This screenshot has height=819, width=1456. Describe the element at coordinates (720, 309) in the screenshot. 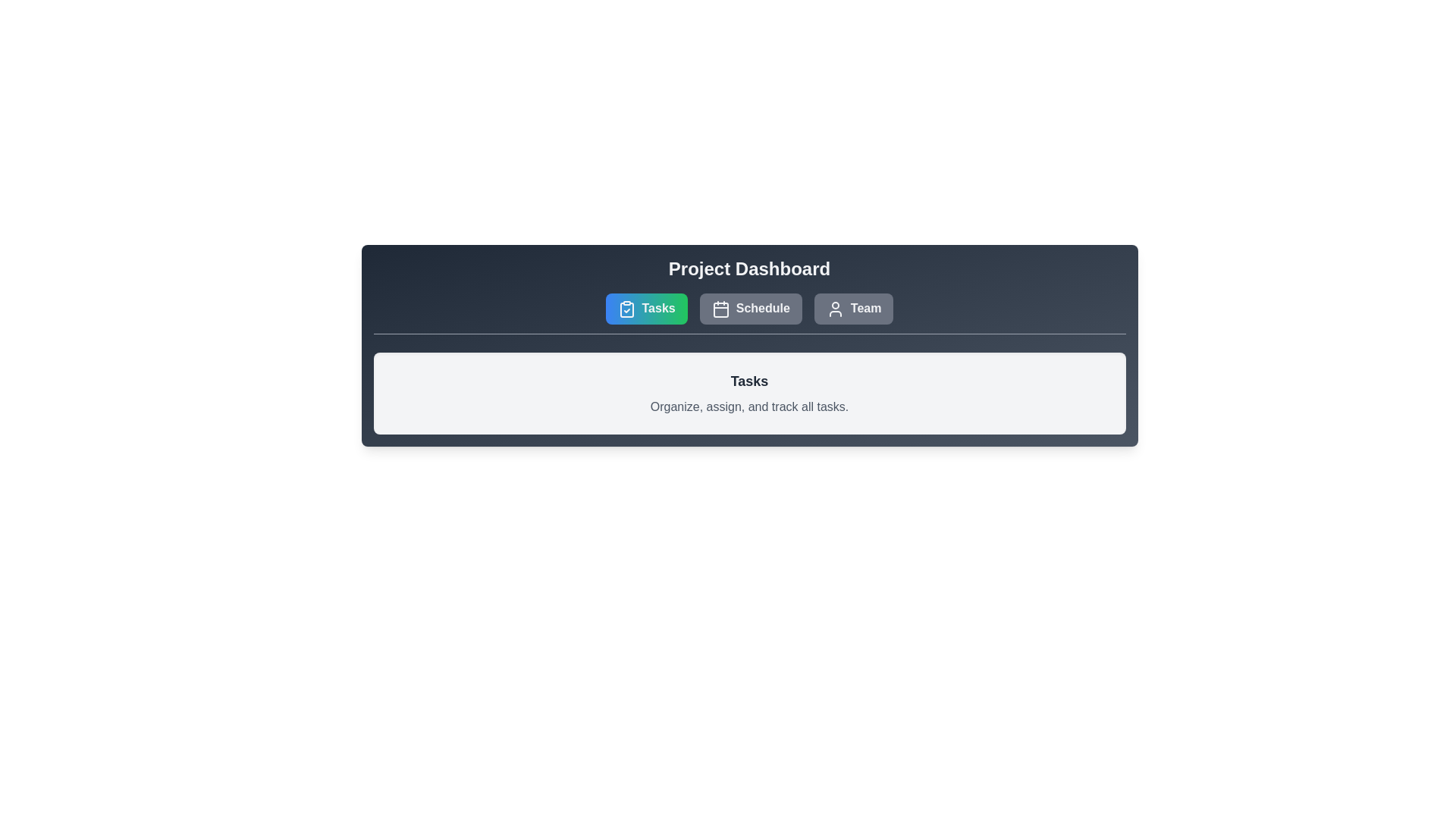

I see `the SVG rectangle that forms the main body of the calendar icon located in the 'Schedule' section of the top UI` at that location.